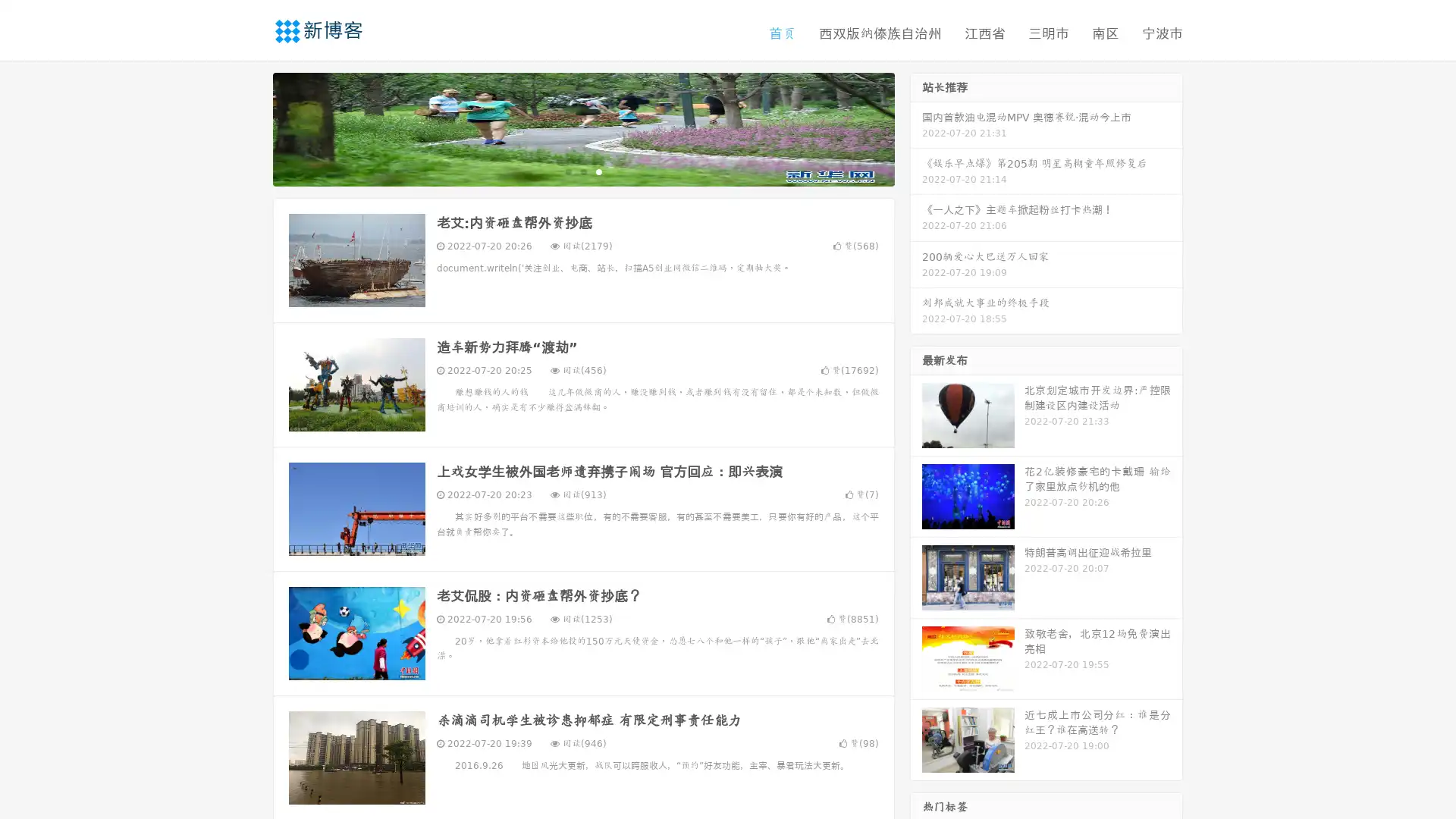 The width and height of the screenshot is (1456, 819). I want to click on Next slide, so click(916, 127).